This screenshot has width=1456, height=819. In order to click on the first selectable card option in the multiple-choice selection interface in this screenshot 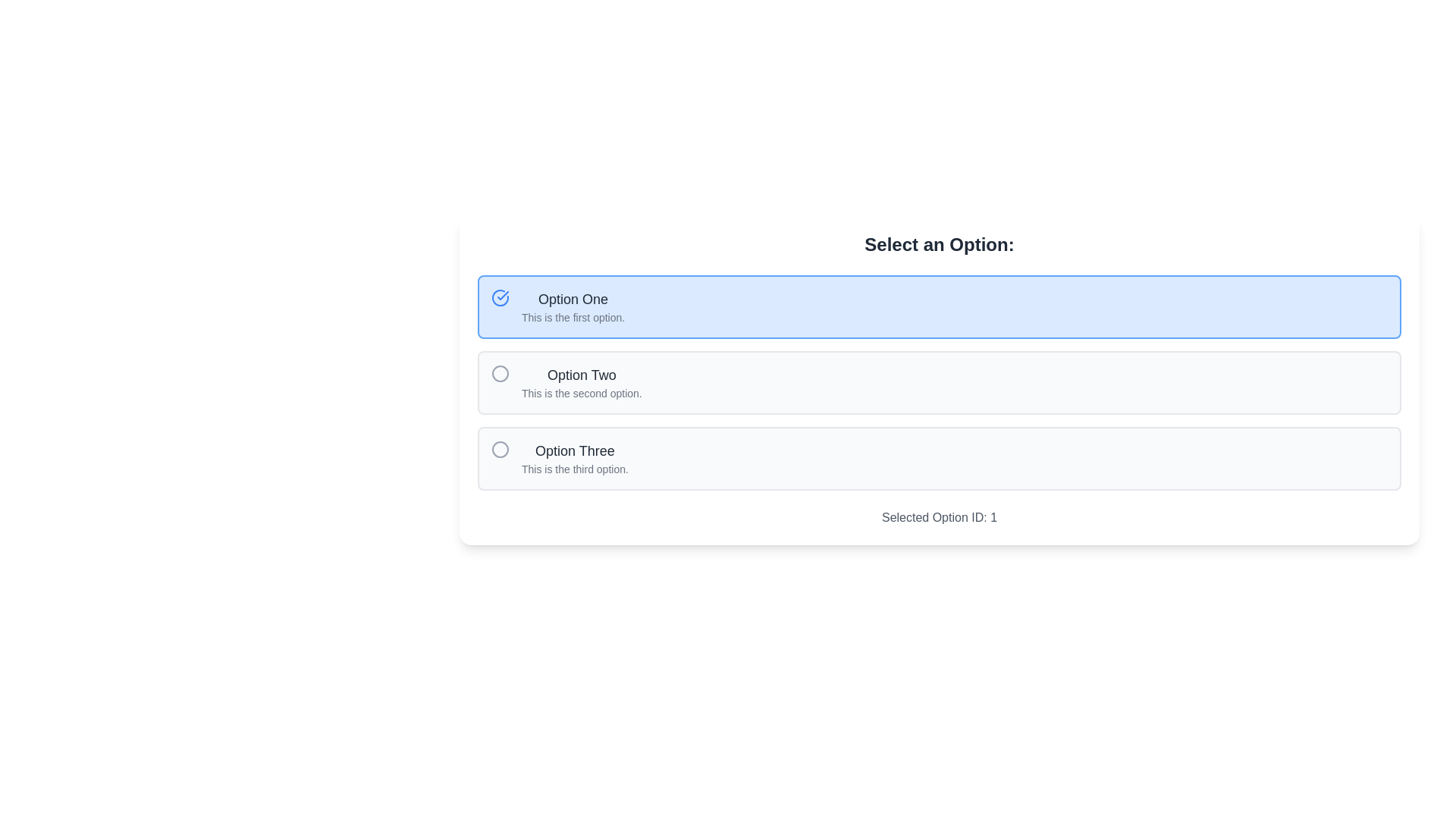, I will do `click(938, 307)`.